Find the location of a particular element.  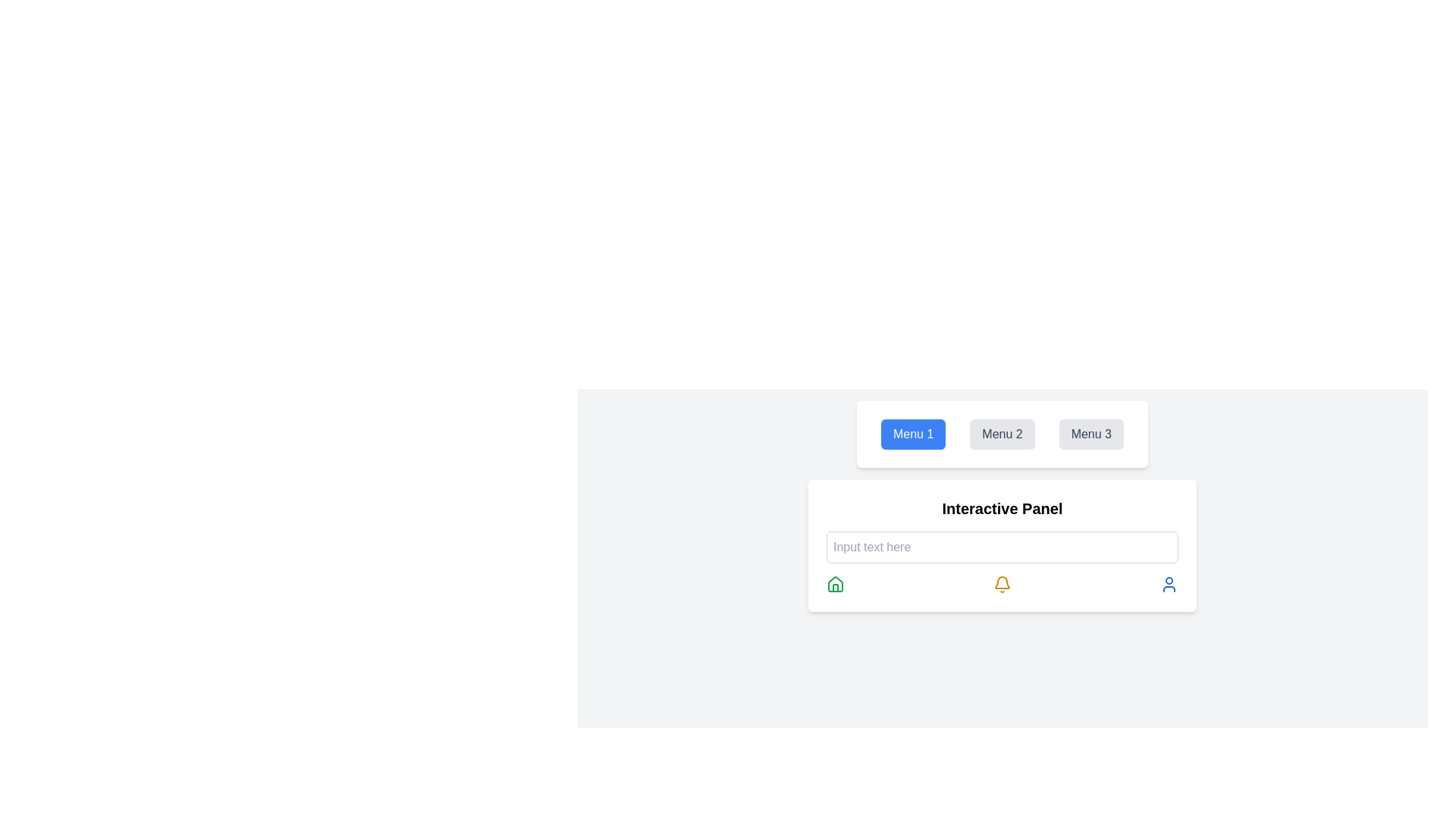

one of the icons in the 'Interactive Panel', which is the user panel located centrally below the menu bar is located at coordinates (1002, 546).